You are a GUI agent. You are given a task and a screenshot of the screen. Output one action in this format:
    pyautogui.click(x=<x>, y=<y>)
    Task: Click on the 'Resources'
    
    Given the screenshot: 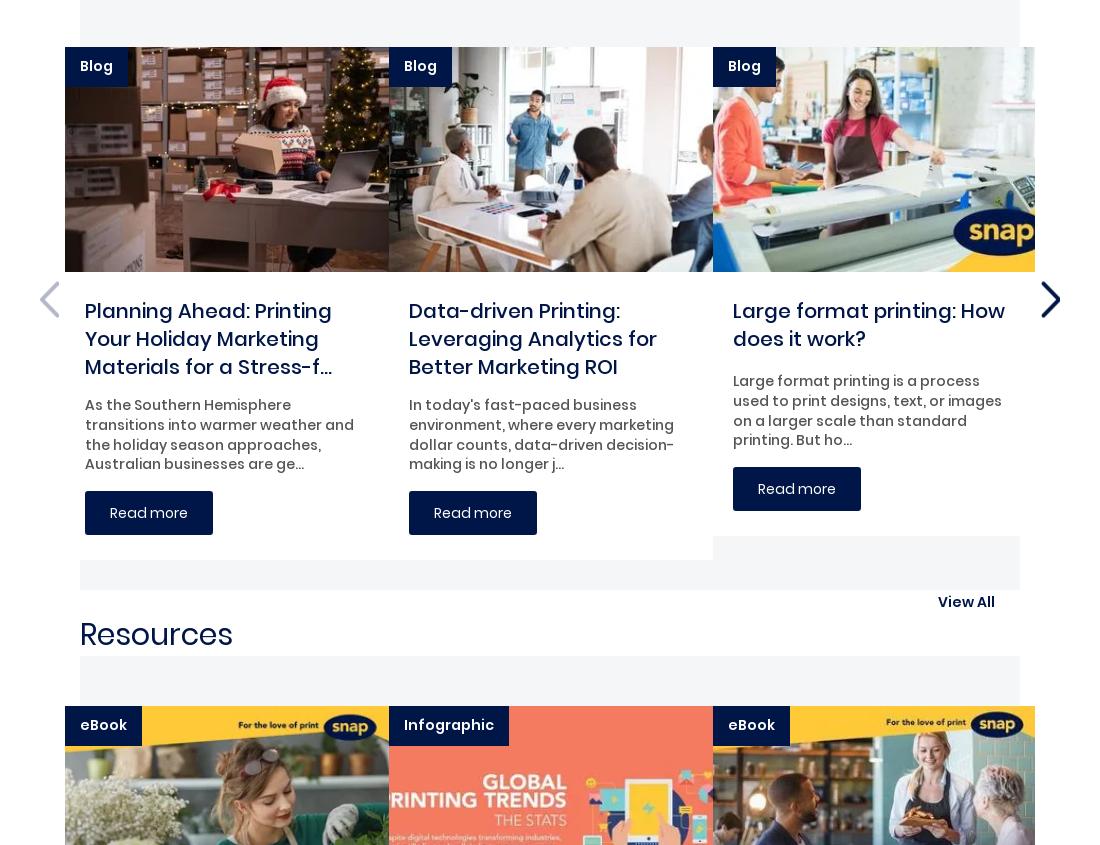 What is the action you would take?
    pyautogui.click(x=79, y=635)
    